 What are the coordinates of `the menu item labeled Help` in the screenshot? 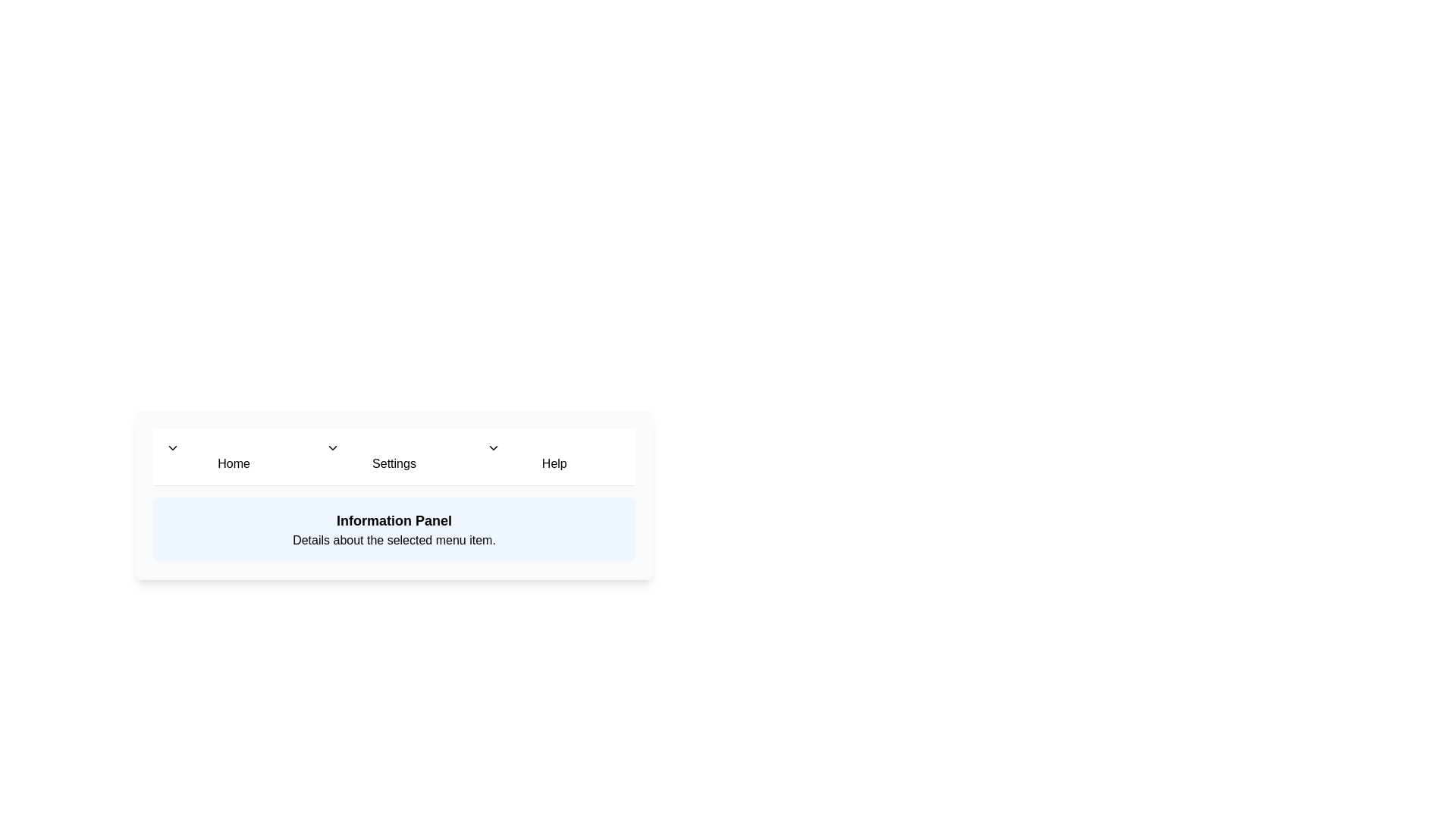 It's located at (554, 456).